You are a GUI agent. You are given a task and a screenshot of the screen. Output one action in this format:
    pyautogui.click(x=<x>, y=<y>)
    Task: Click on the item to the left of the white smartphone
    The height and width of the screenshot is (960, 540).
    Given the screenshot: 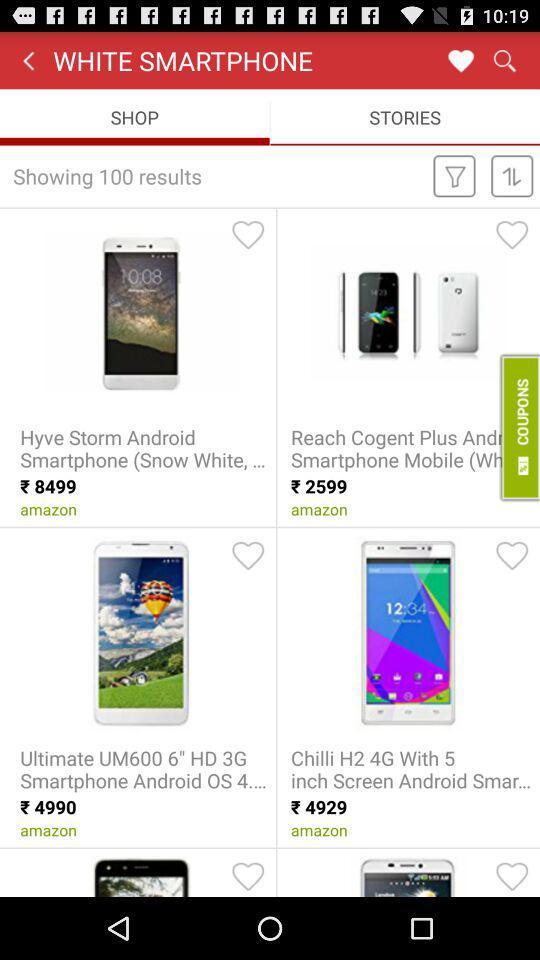 What is the action you would take?
    pyautogui.click(x=27, y=59)
    